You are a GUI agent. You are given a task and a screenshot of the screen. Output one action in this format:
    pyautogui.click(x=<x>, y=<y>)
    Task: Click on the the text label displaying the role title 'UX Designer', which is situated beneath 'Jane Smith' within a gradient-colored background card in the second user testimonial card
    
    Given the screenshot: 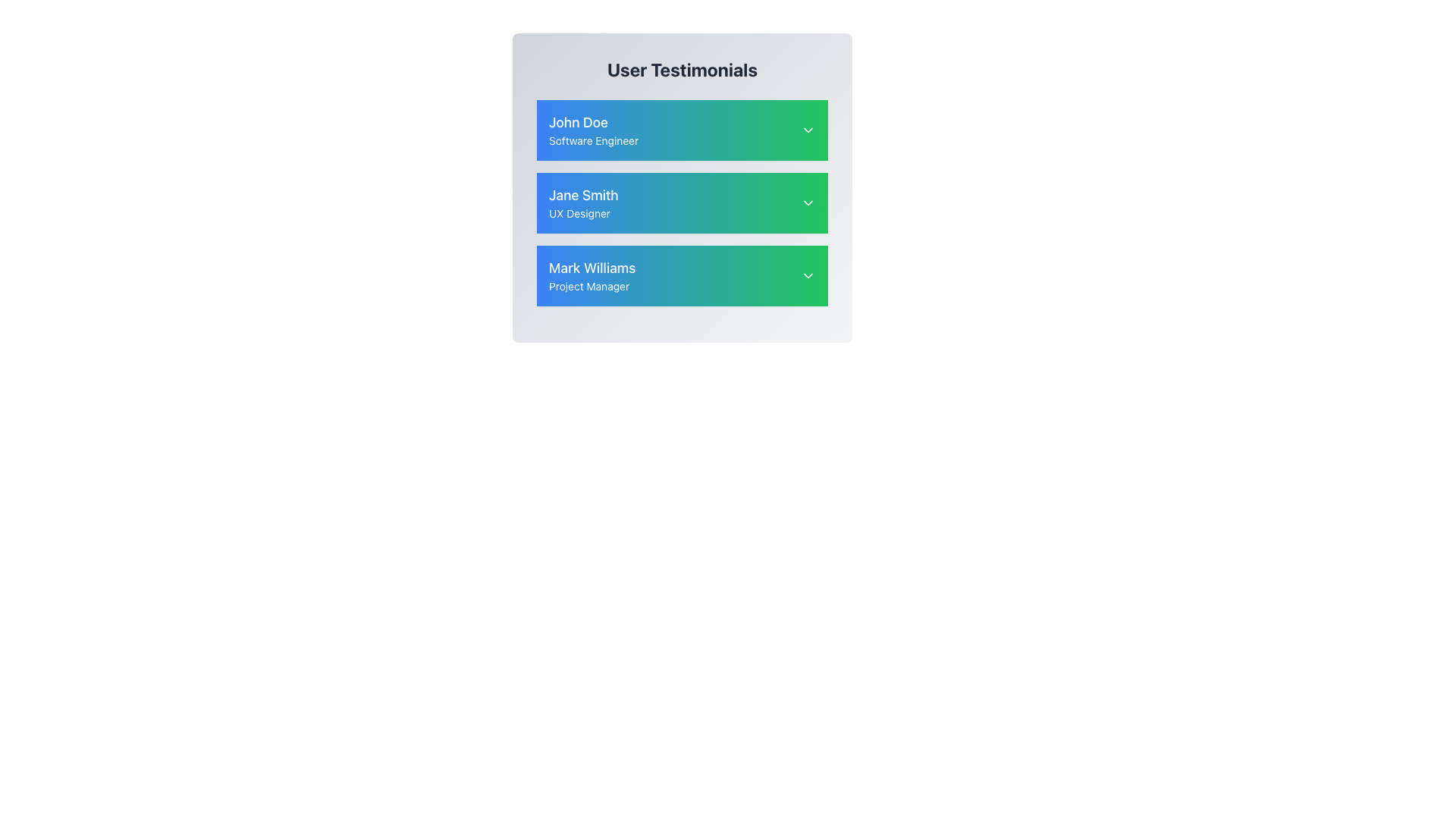 What is the action you would take?
    pyautogui.click(x=582, y=213)
    